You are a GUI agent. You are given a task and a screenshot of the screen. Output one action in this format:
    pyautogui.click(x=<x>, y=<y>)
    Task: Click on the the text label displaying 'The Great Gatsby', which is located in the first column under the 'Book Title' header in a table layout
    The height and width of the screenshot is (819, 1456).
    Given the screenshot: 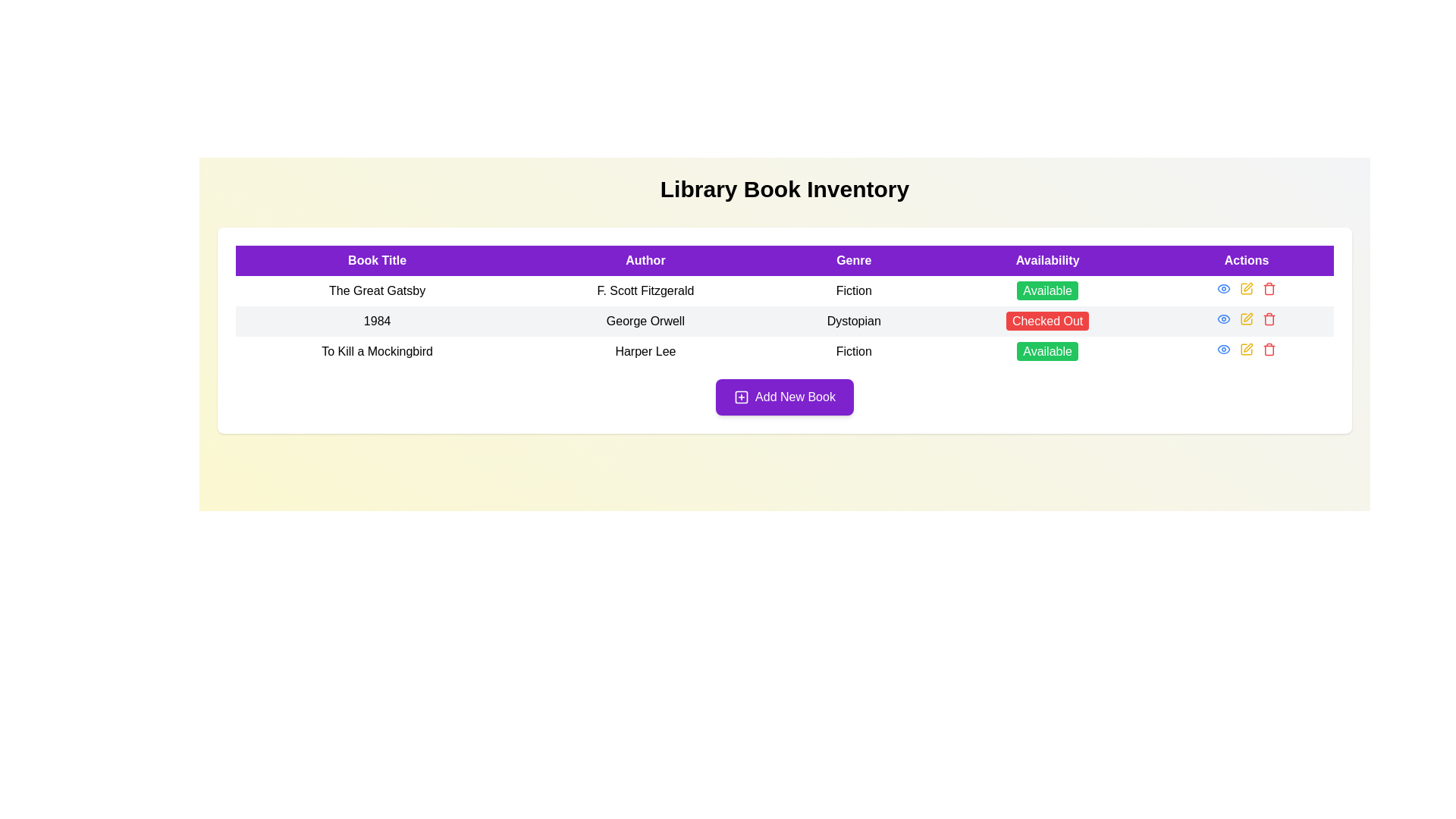 What is the action you would take?
    pyautogui.click(x=377, y=291)
    